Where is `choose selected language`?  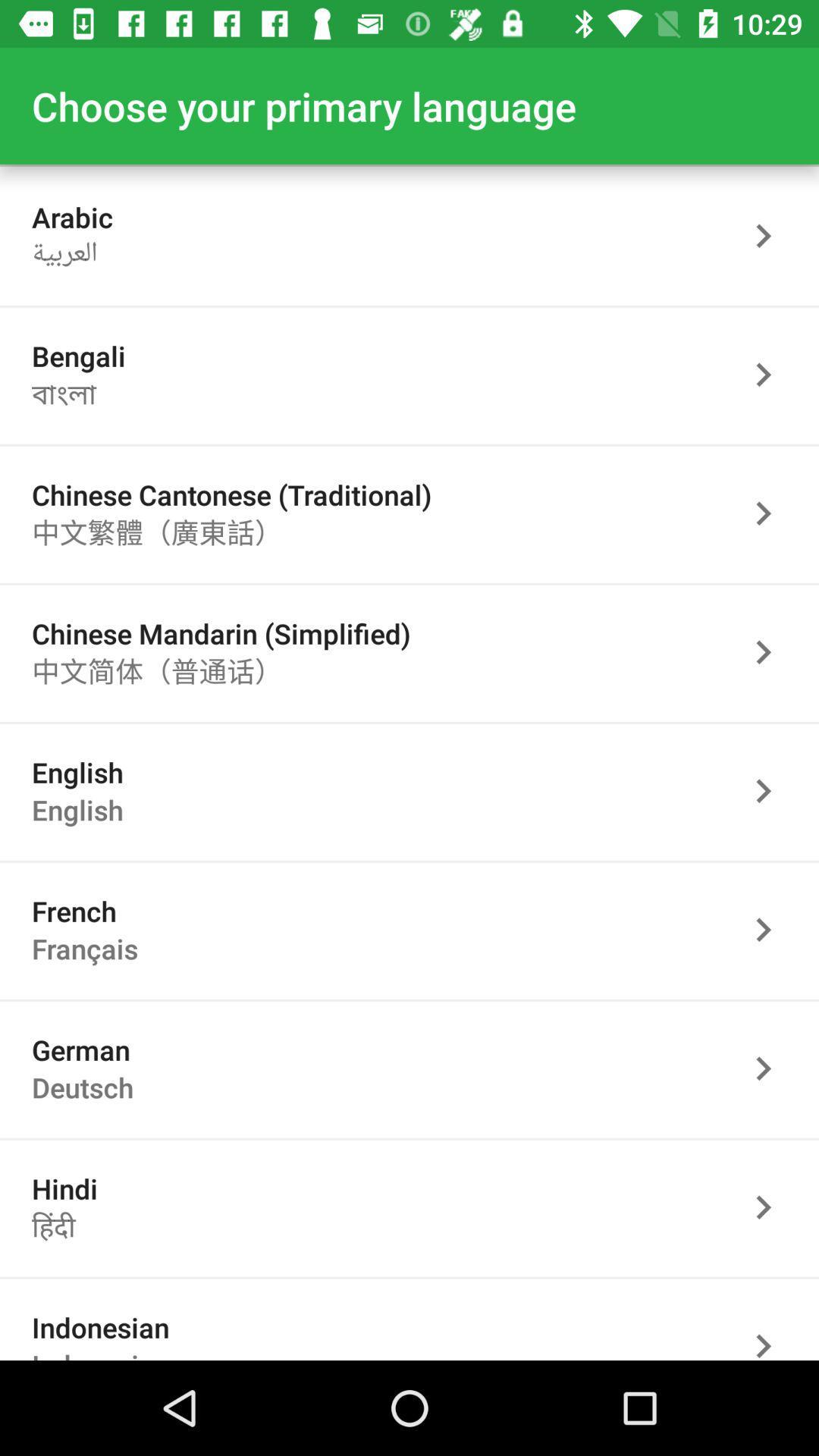 choose selected language is located at coordinates (771, 652).